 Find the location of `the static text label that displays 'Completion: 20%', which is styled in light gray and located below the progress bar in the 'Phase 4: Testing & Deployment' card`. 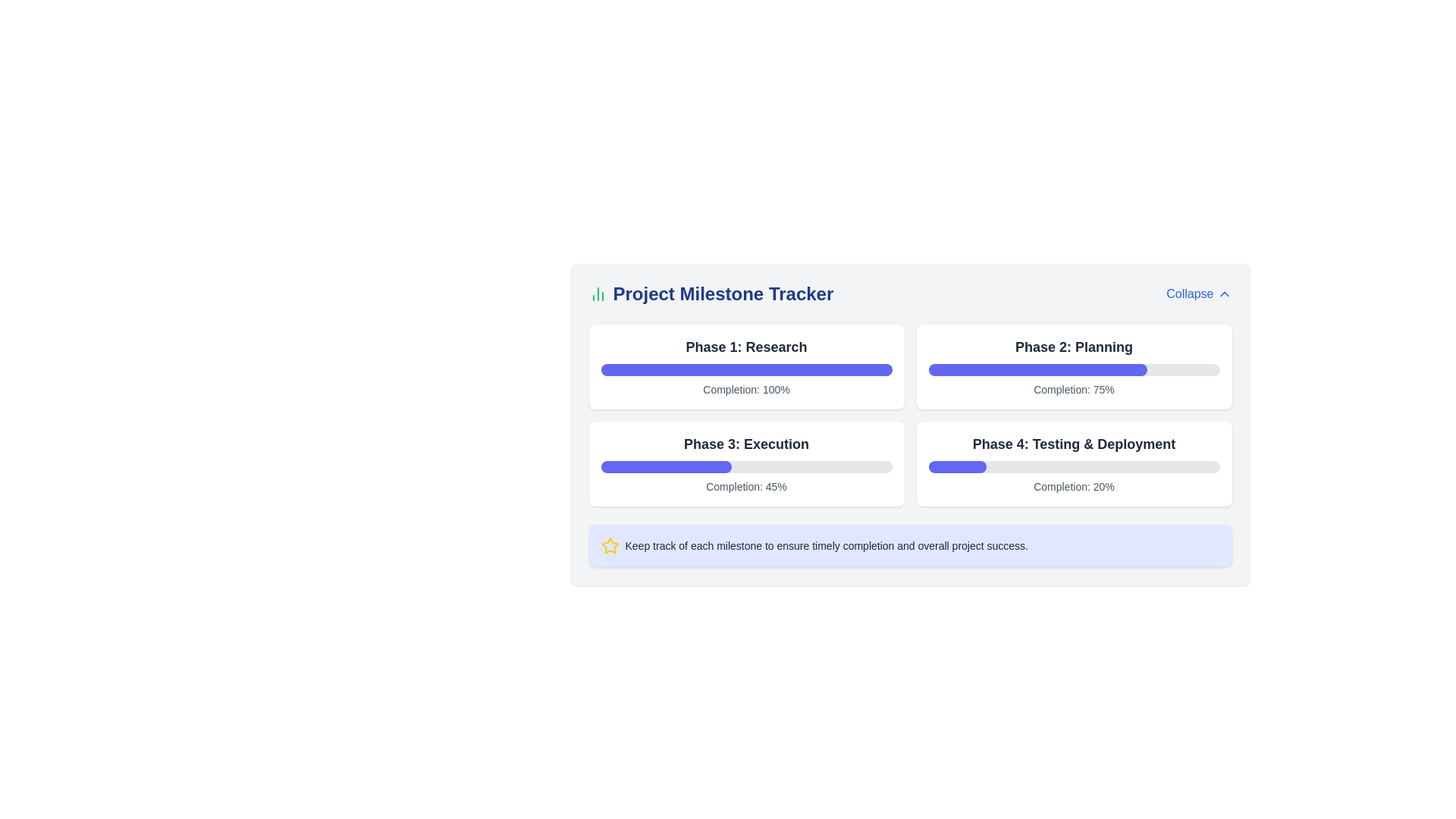

the static text label that displays 'Completion: 20%', which is styled in light gray and located below the progress bar in the 'Phase 4: Testing & Deployment' card is located at coordinates (1073, 486).